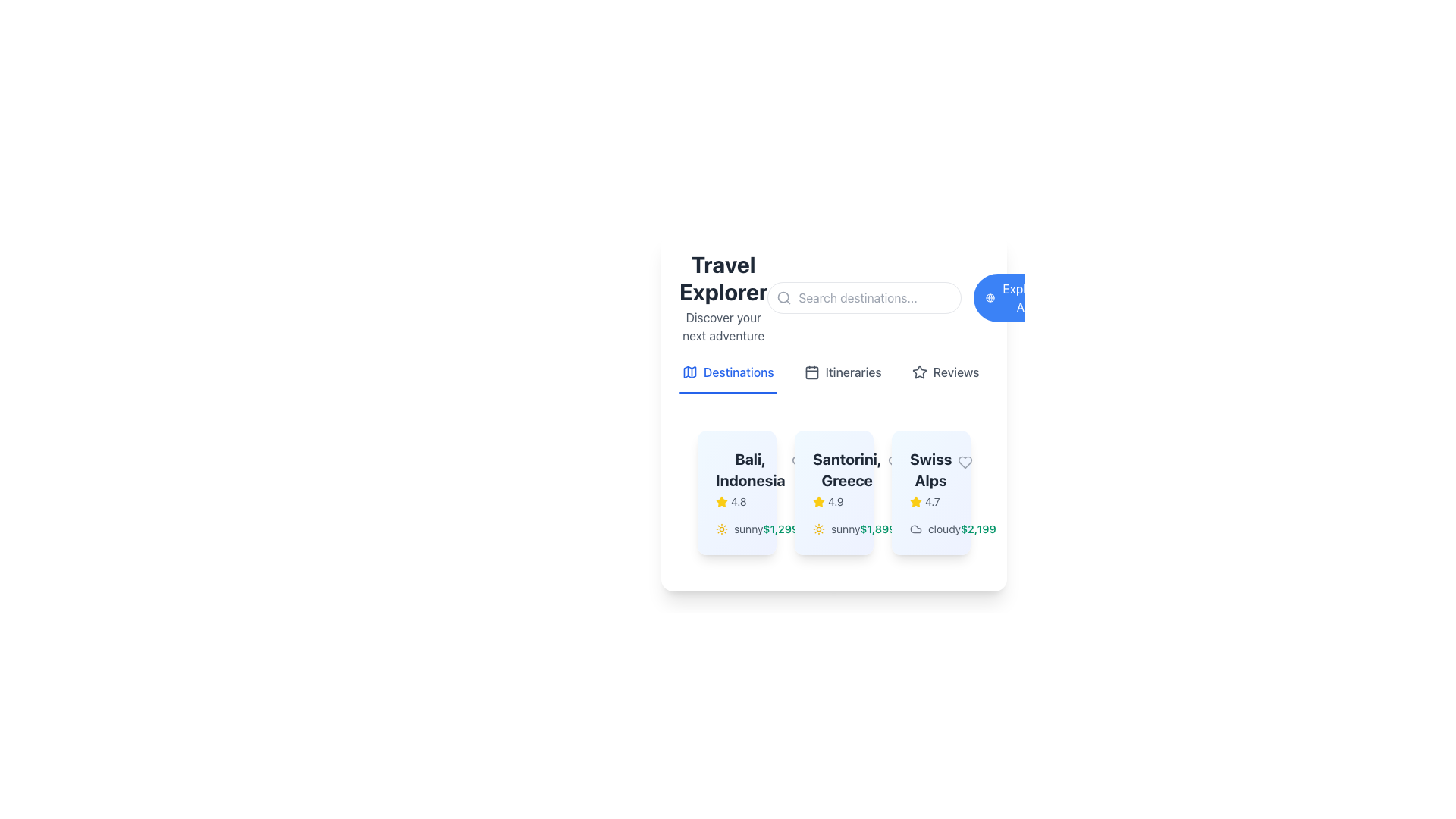 The width and height of the screenshot is (1456, 819). What do you see at coordinates (689, 372) in the screenshot?
I see `the map icon with a blue outline located in the navigation tab labeled 'Destinations'` at bounding box center [689, 372].